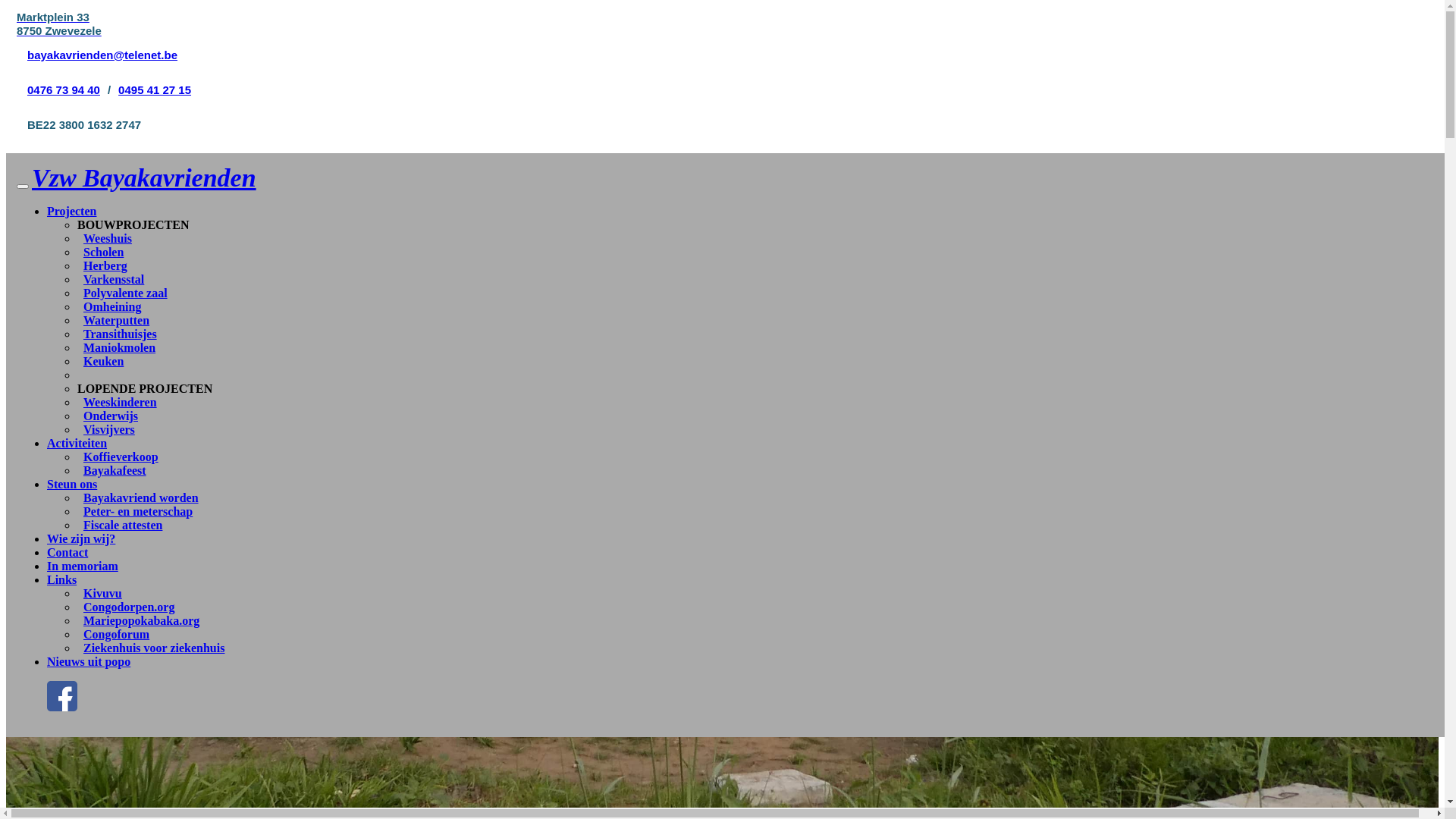 The width and height of the screenshot is (1456, 819). Describe the element at coordinates (109, 279) in the screenshot. I see `'Varkensstal'` at that location.